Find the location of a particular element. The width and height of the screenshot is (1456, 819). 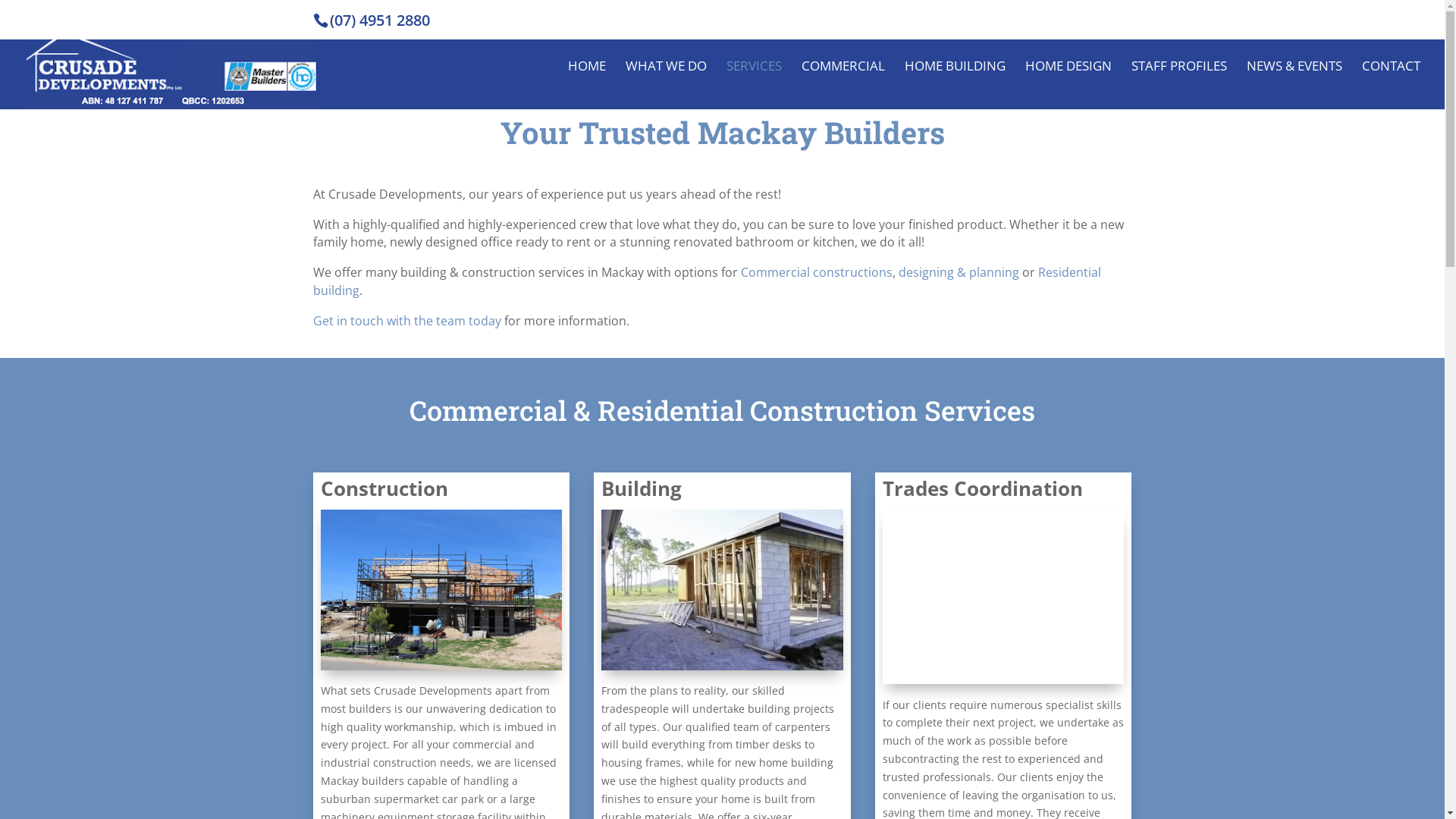

'STAFF PROFILES' is located at coordinates (1178, 84).